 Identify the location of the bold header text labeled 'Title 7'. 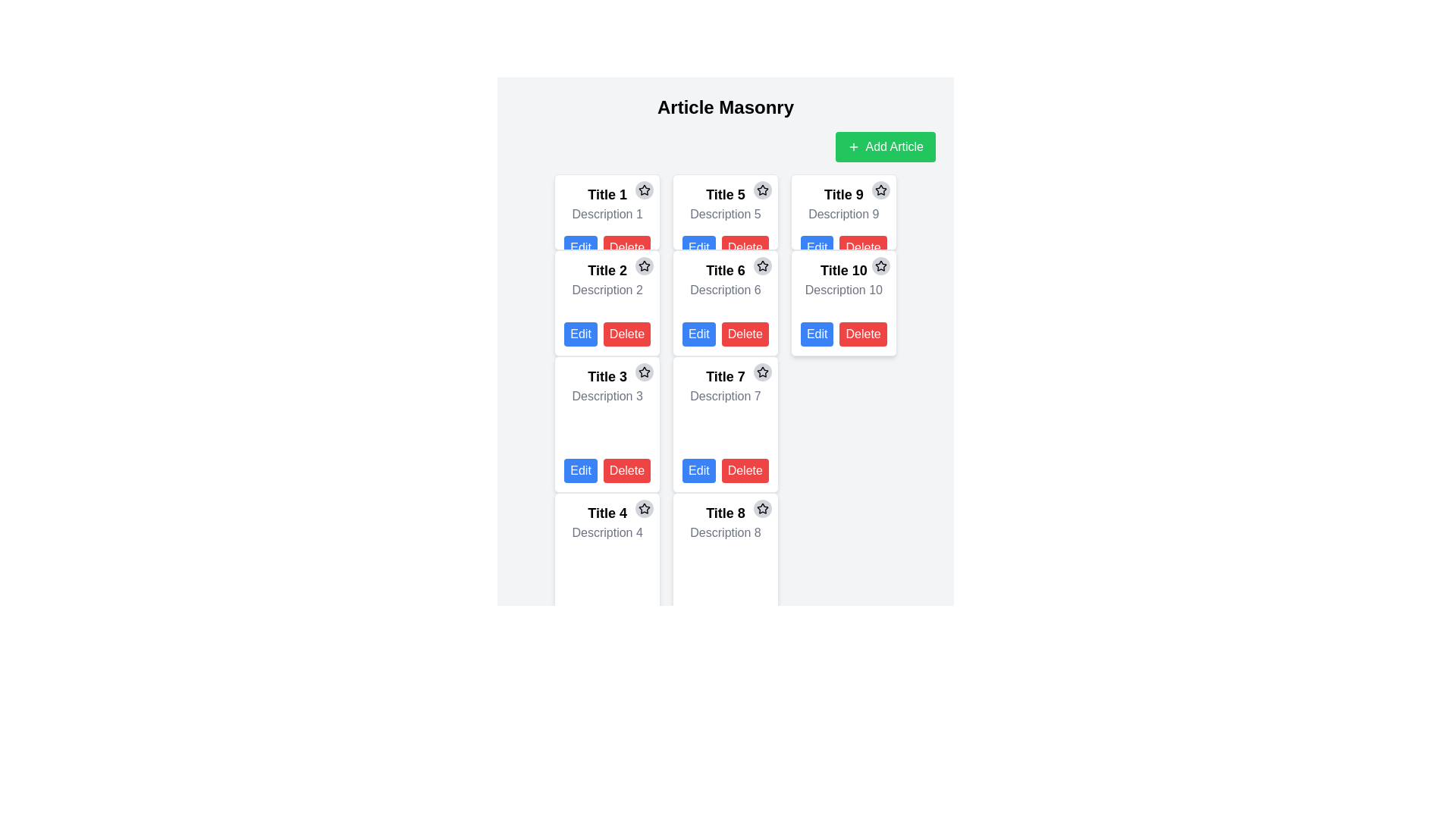
(724, 376).